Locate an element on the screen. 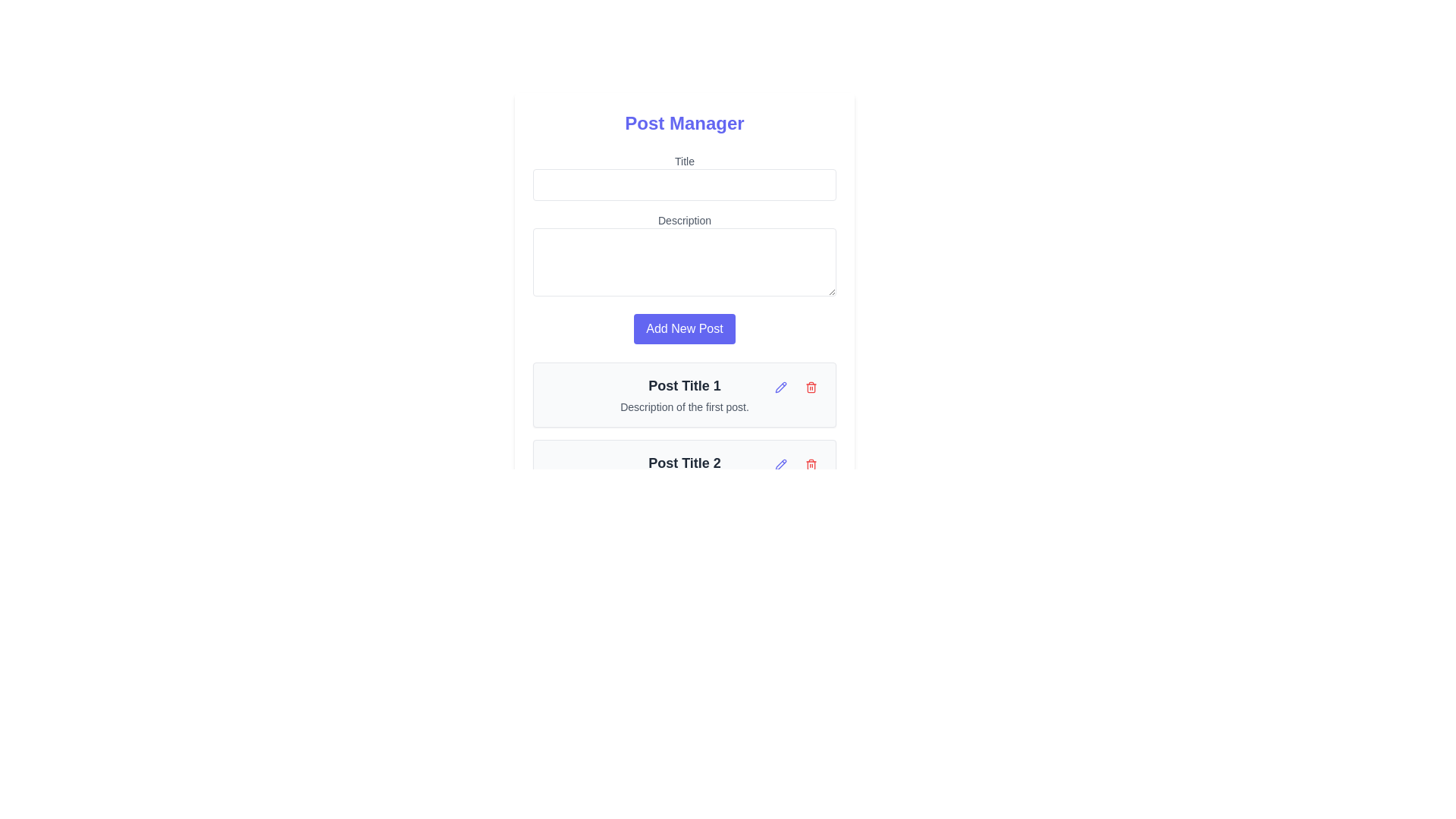 This screenshot has width=1456, height=819. the delete button, which is a red circular icon with a trash bin symbol, located in the top-right corner of the 'Post Title 1' card in the Post Manager interface is located at coordinates (795, 386).